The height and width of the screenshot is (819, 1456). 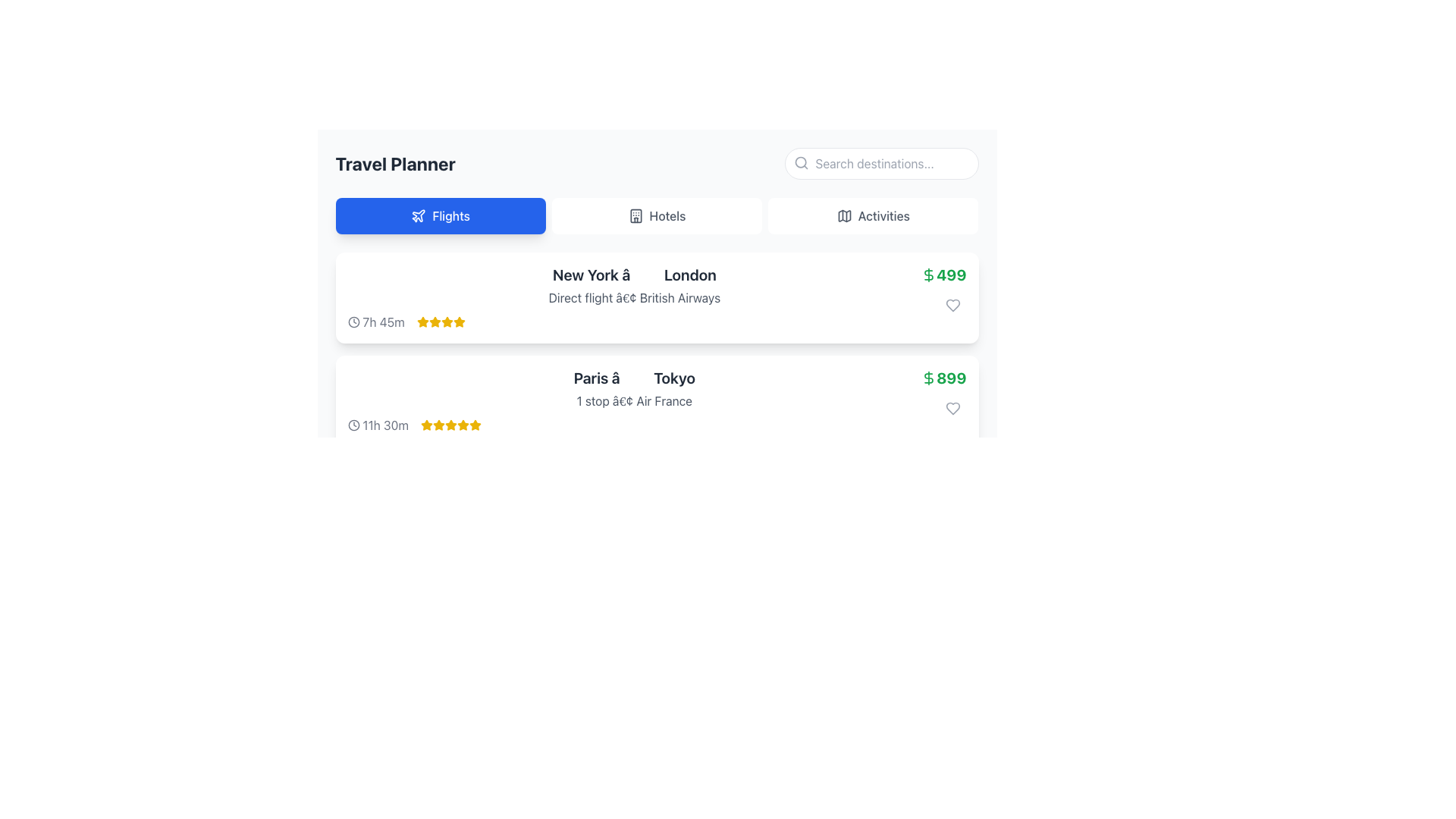 I want to click on the decorative flight icon located at the center of the 'Flights' button in the navigation bar, which is surrounded by a blue background, so click(x=419, y=215).